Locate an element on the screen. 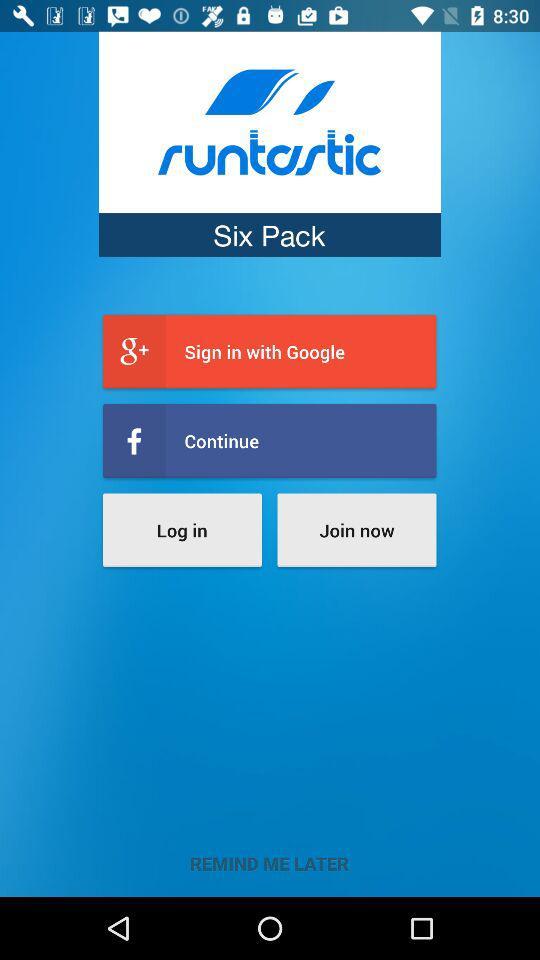 Image resolution: width=540 pixels, height=960 pixels. icon above remind me later icon is located at coordinates (182, 529).